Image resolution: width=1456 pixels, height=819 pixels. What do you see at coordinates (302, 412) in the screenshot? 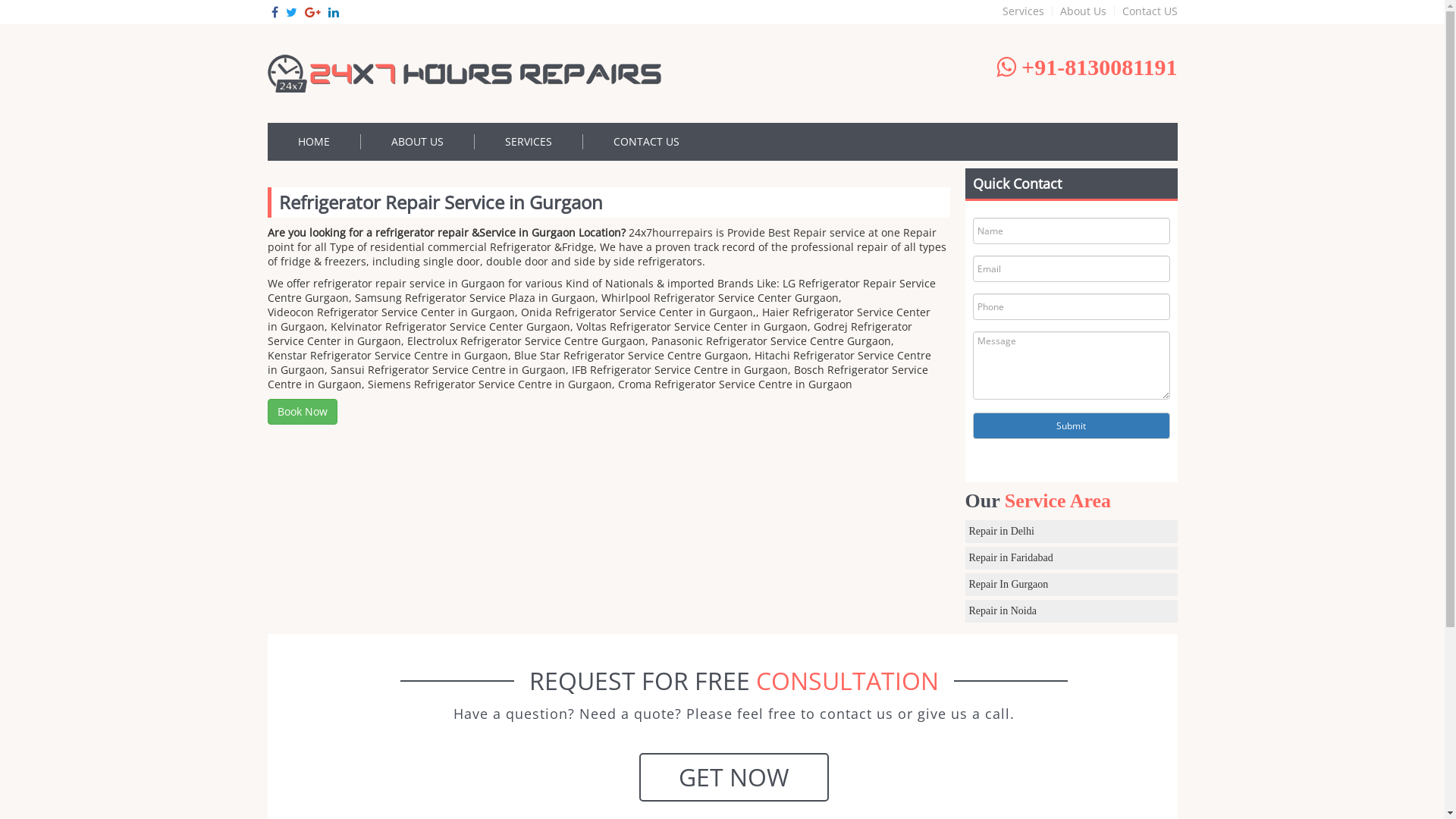
I see `'Book Now'` at bounding box center [302, 412].